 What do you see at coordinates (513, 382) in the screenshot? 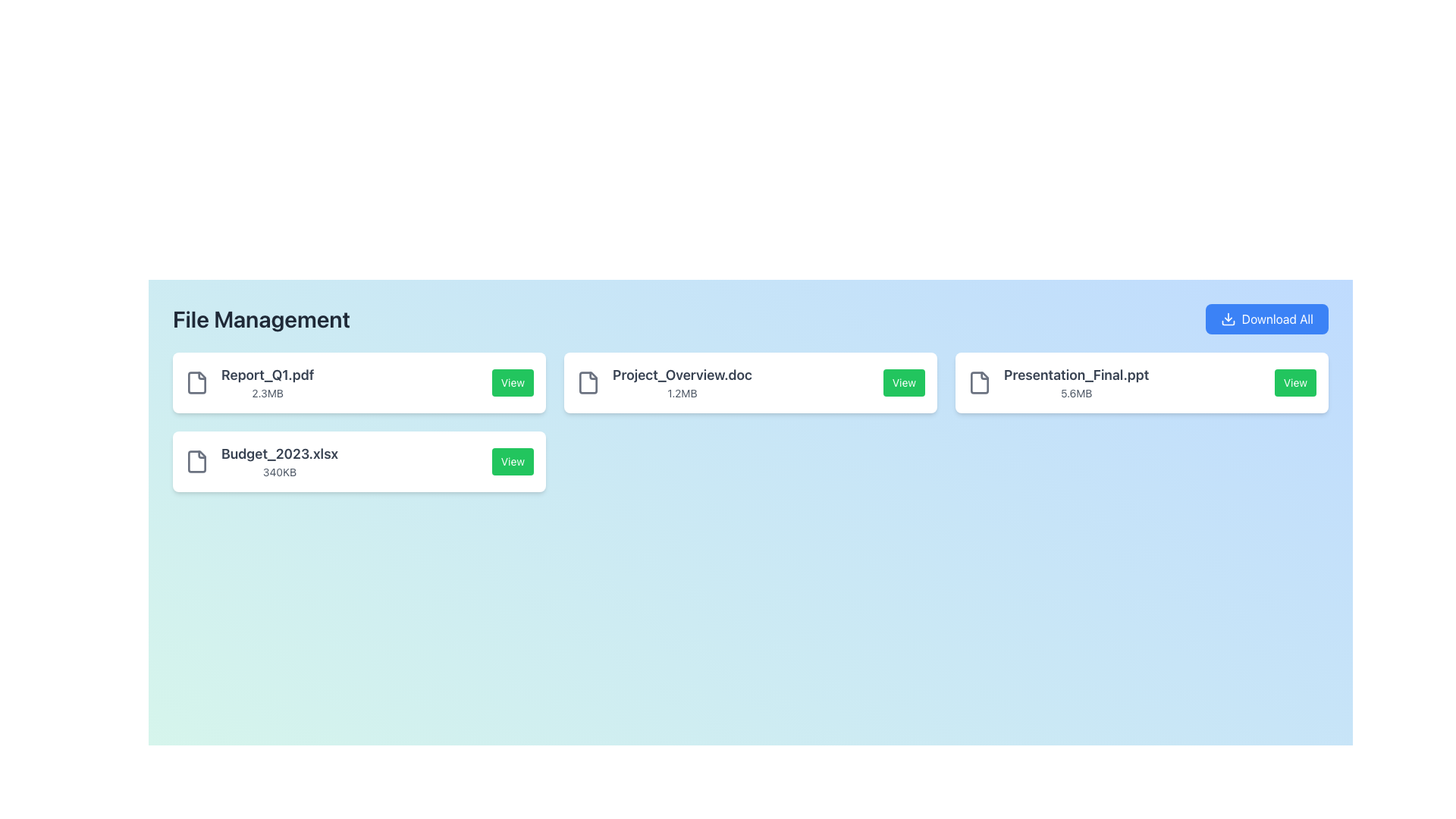
I see `the button that opens the file 'Report_Q1.pdf' to observe the visual feedback` at bounding box center [513, 382].